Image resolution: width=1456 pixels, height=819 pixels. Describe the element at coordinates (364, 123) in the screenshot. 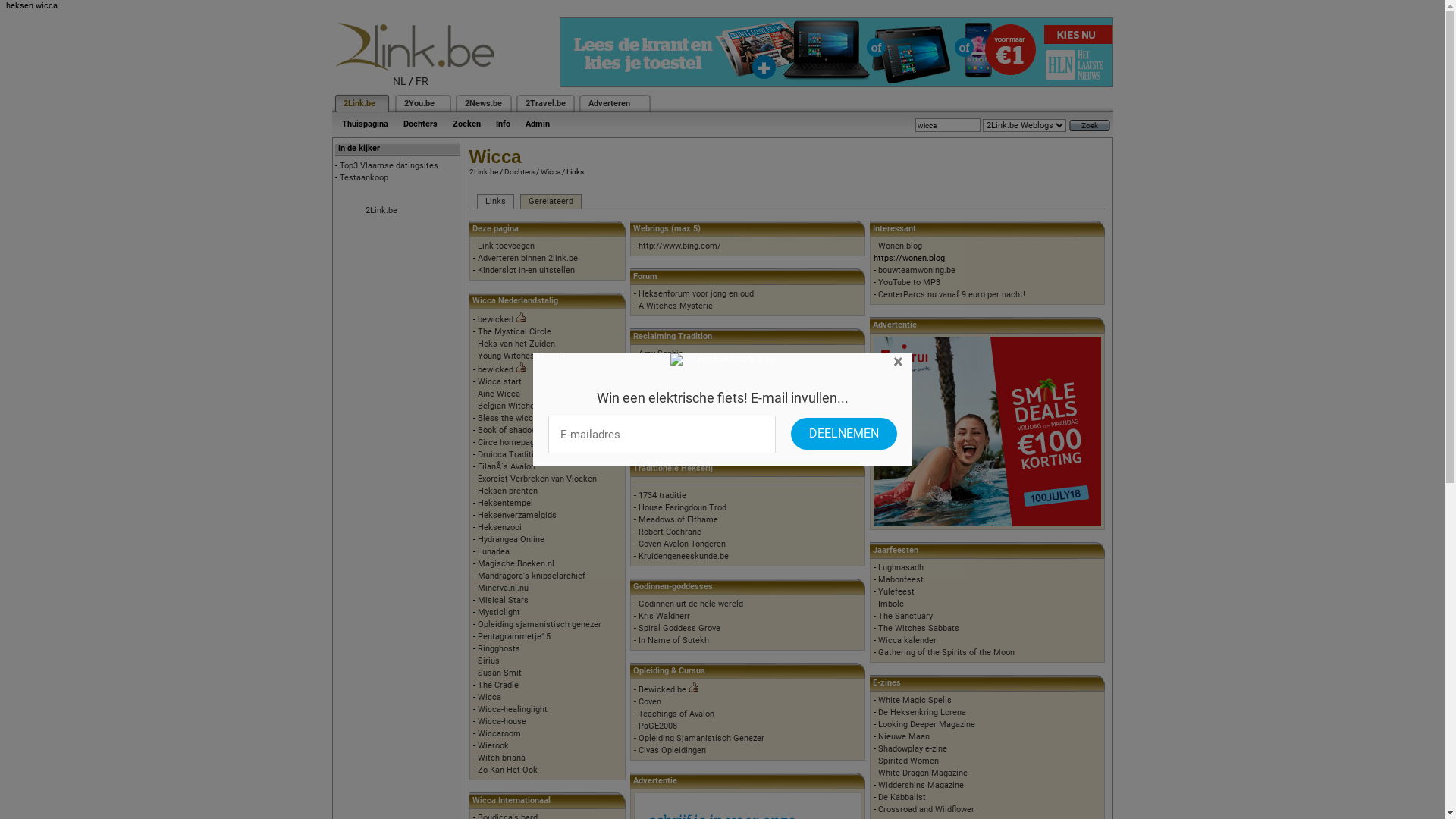

I see `'Thuispagina'` at that location.